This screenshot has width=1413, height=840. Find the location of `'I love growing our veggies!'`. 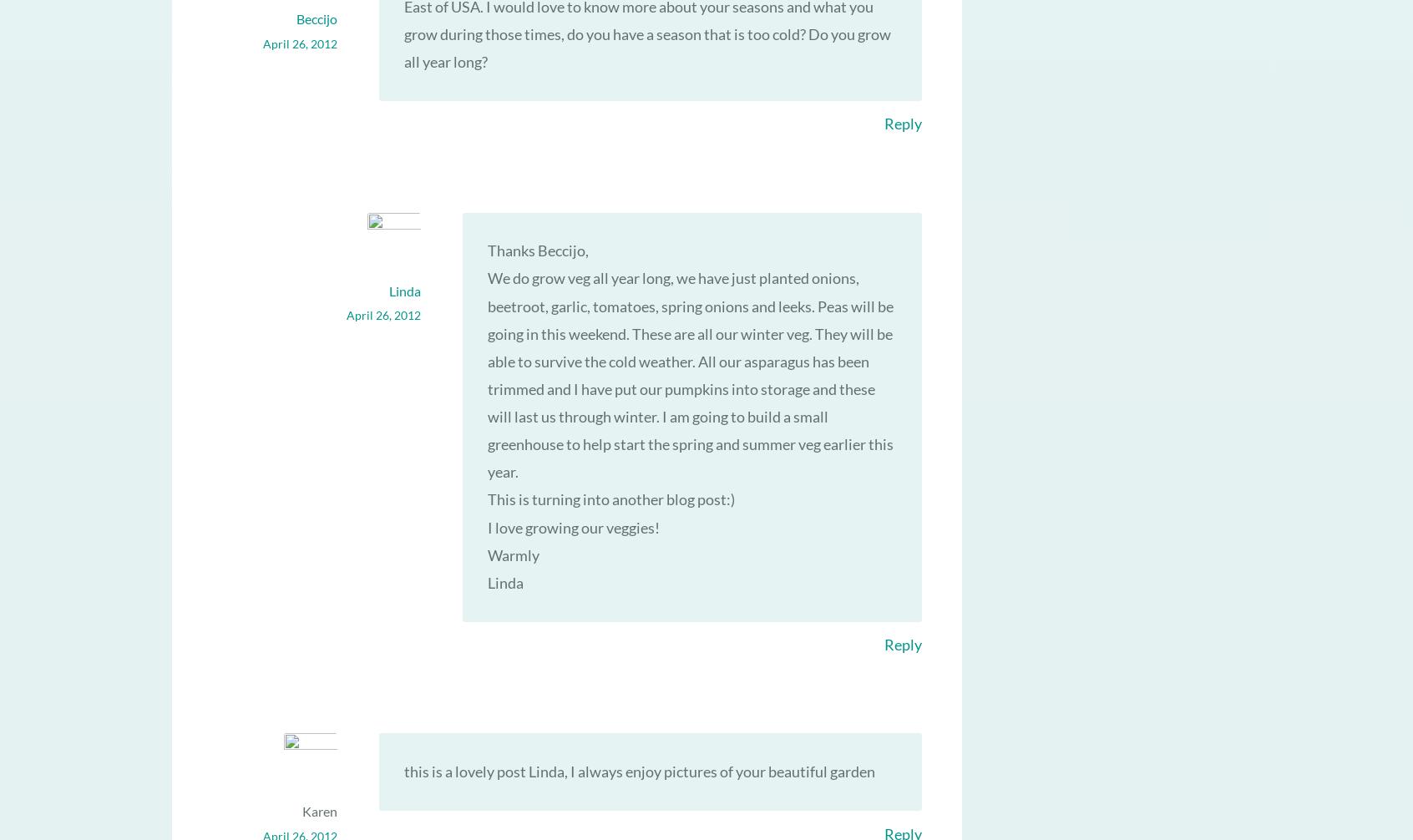

'I love growing our veggies!' is located at coordinates (486, 526).